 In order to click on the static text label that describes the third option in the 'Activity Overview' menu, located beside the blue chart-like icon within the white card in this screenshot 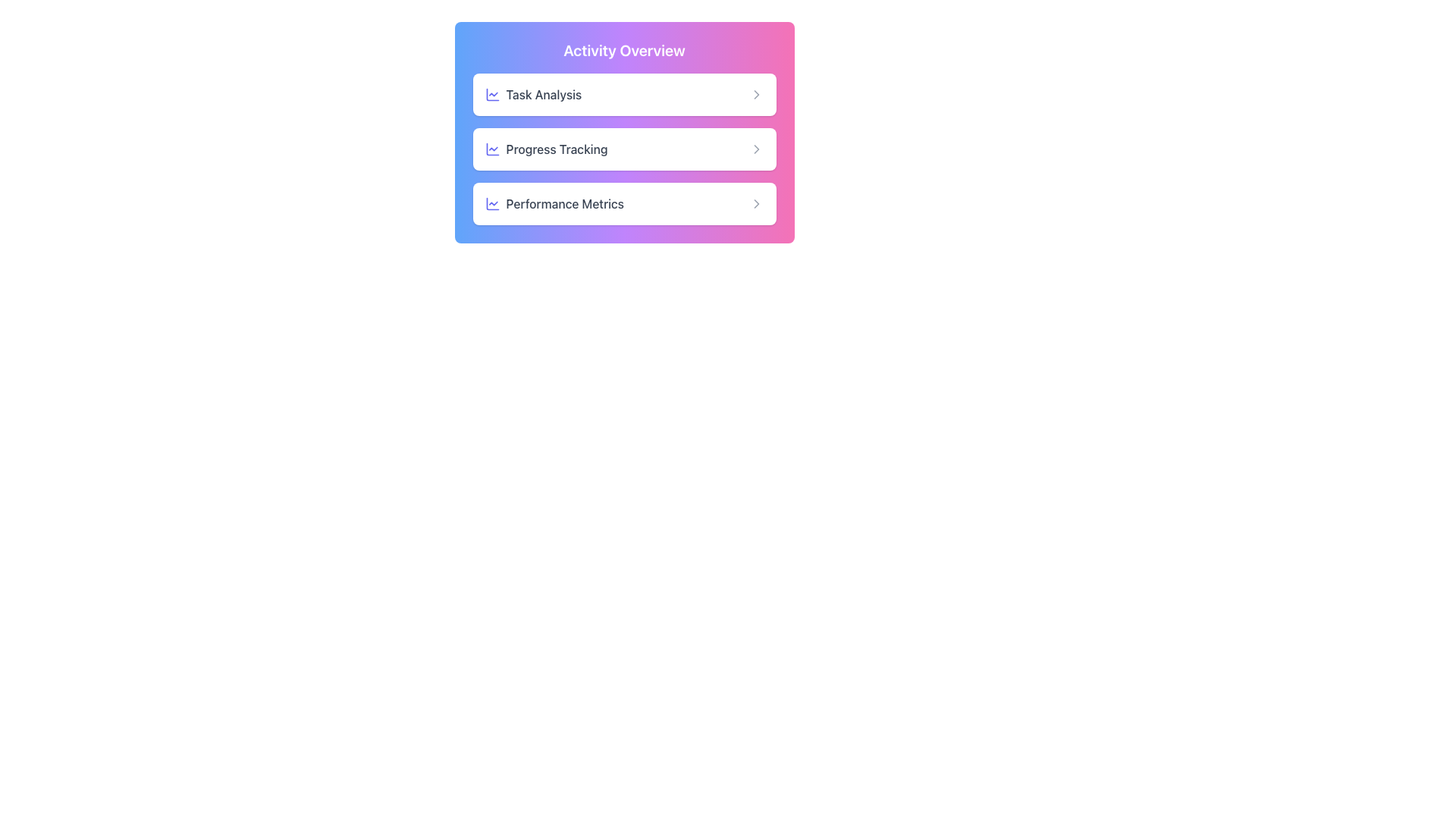, I will do `click(554, 203)`.